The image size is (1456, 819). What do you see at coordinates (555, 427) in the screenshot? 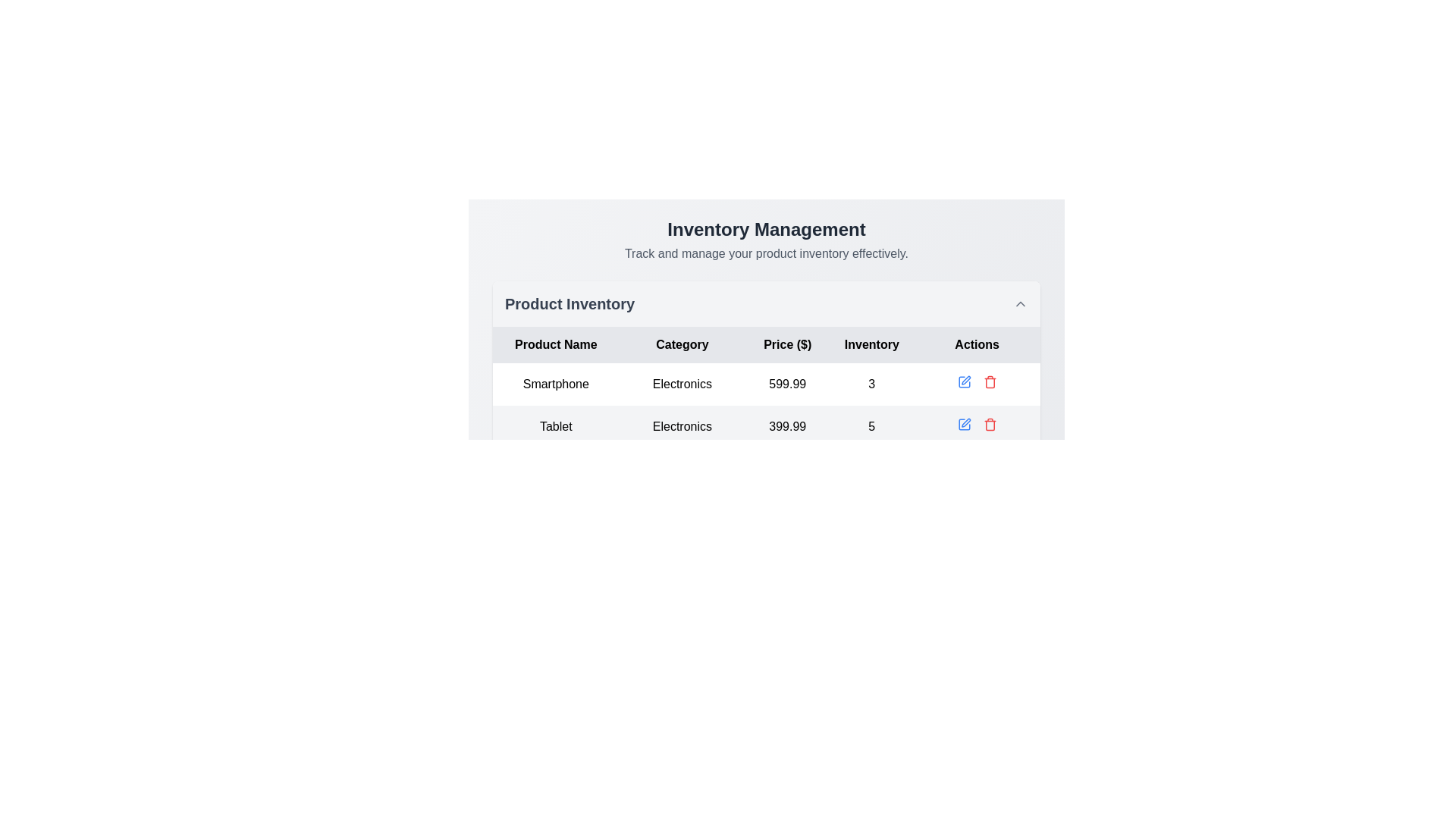
I see `the text label reading 'Tablet' in the second row under the 'Product Name' column` at bounding box center [555, 427].